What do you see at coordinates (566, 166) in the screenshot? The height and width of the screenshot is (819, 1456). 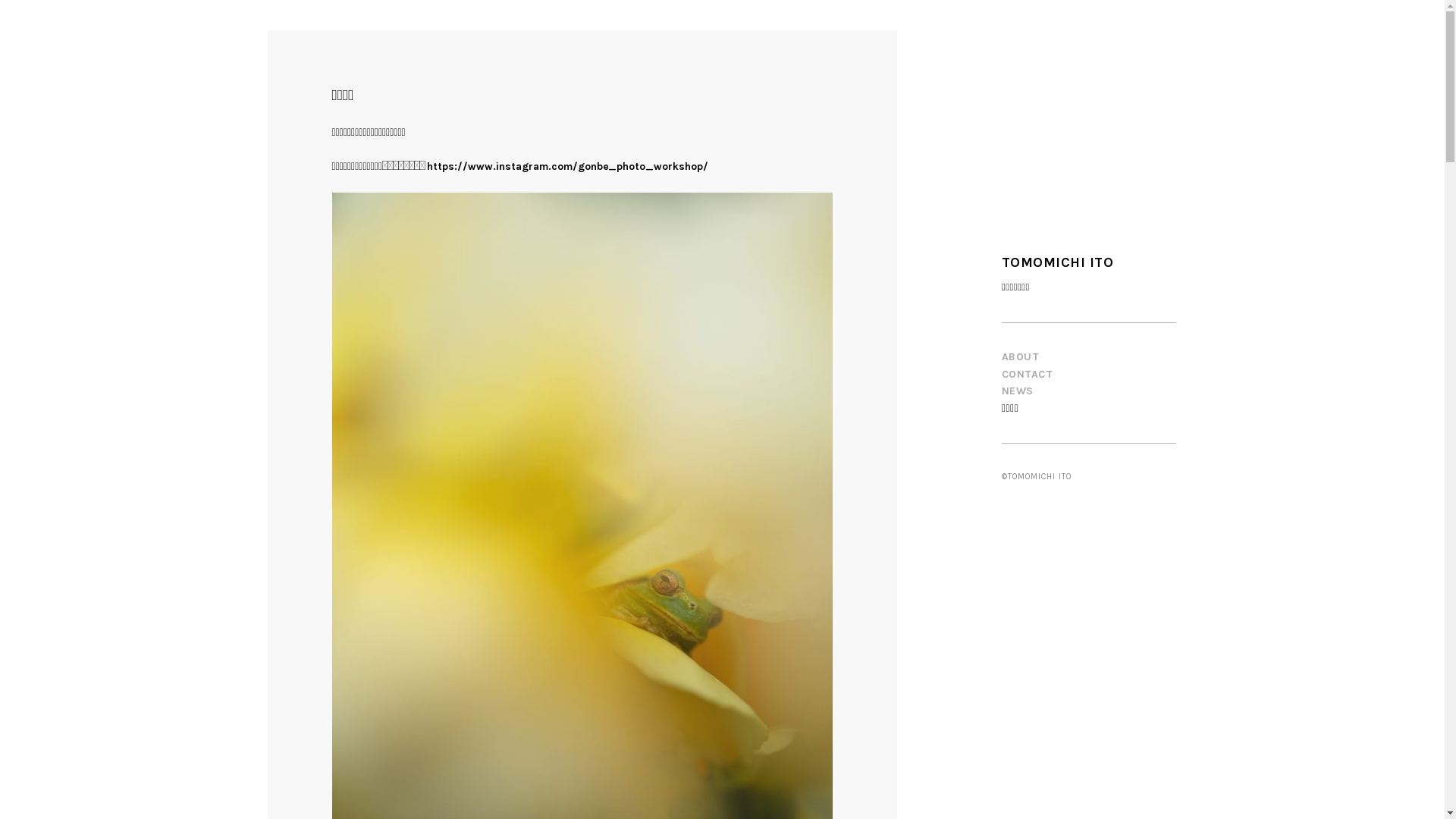 I see `'https://www.instagram.com/gonbe_photo_workshop/'` at bounding box center [566, 166].